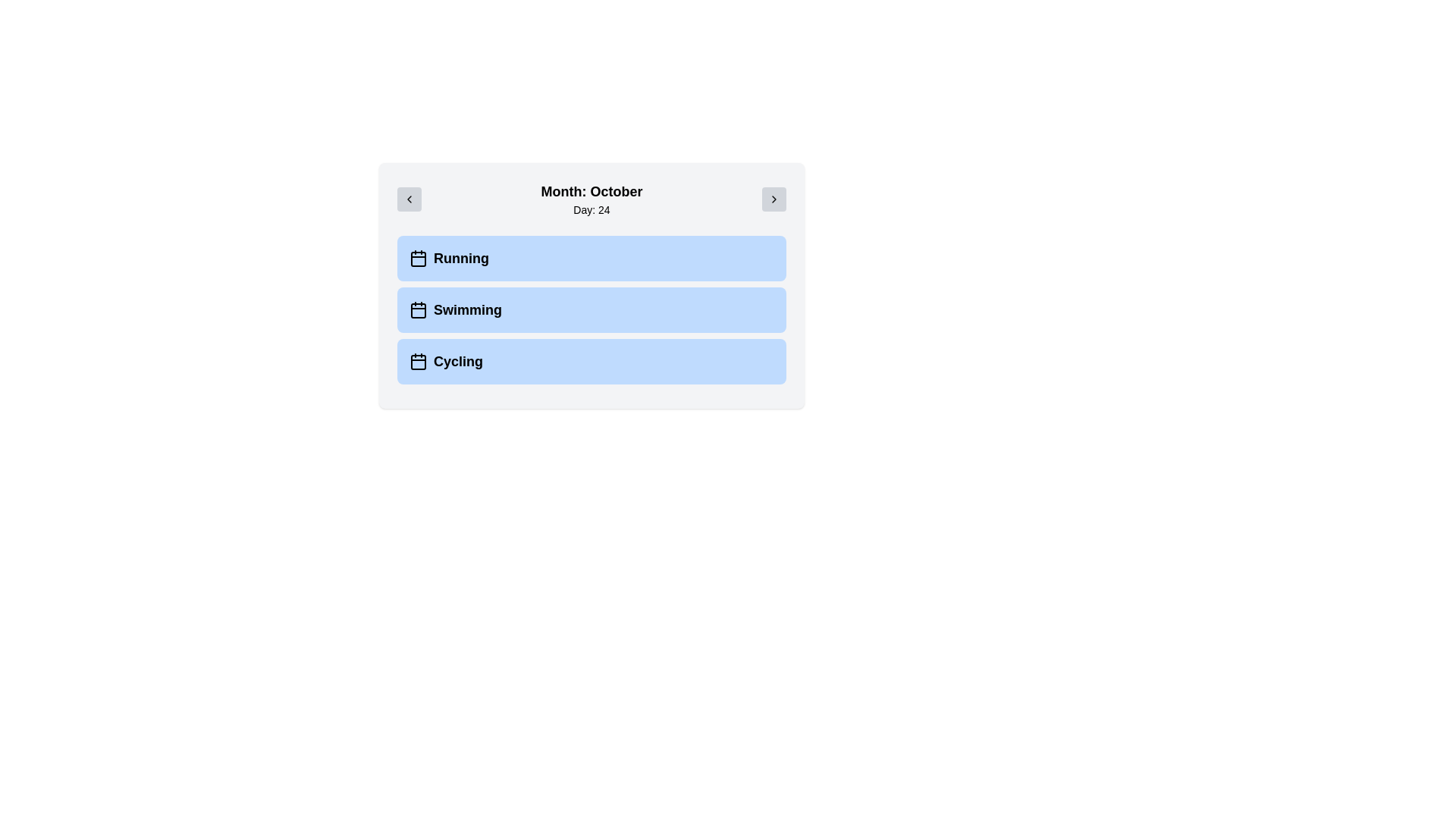  I want to click on the bold text label 'Cycling' which is styled prominently in a blue rounded rectangular area, located below the 'Running' and 'Swimming' labels in a vertical list, so click(457, 362).